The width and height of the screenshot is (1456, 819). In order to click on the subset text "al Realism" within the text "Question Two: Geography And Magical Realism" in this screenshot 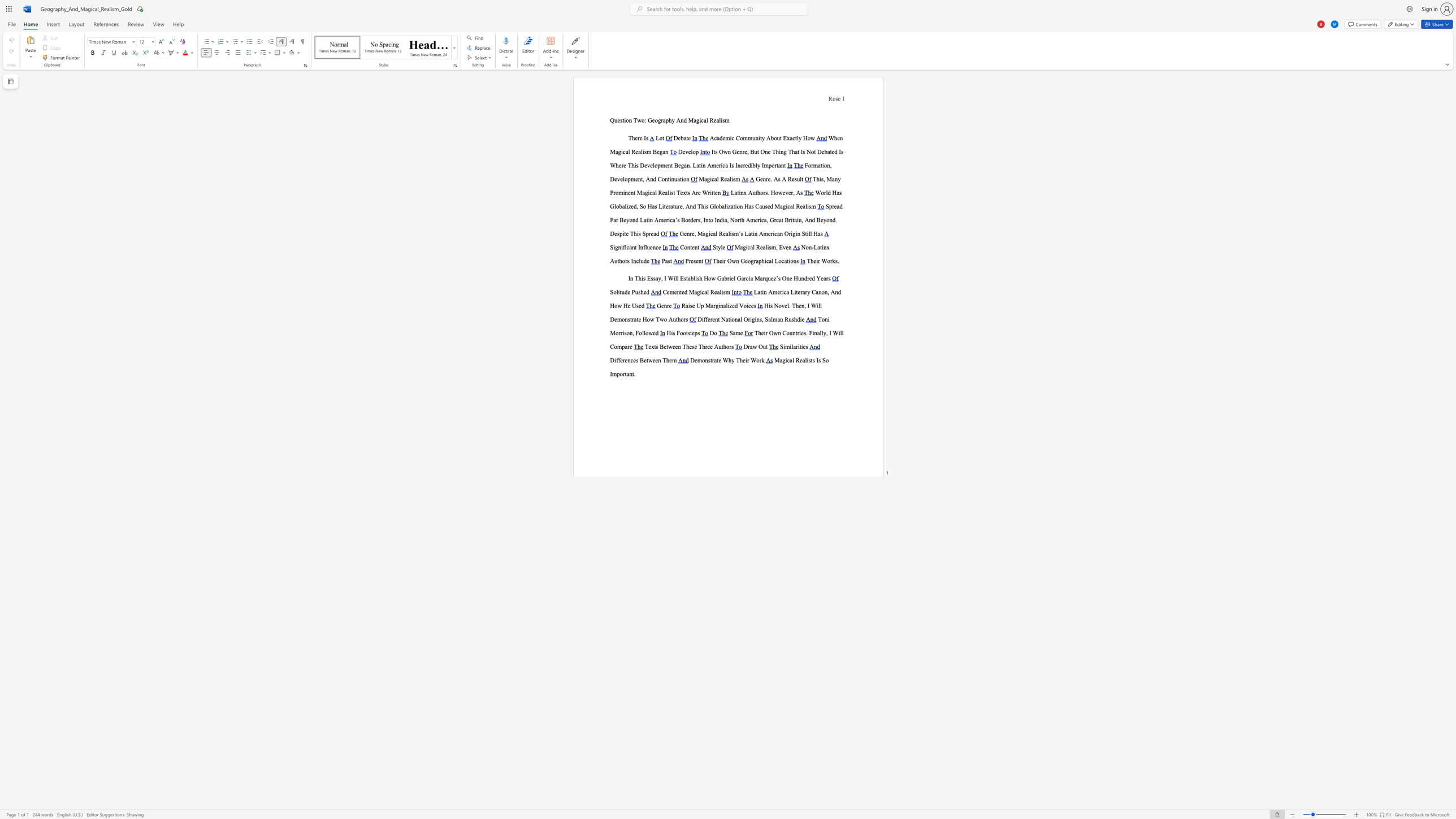, I will do `click(703, 120)`.